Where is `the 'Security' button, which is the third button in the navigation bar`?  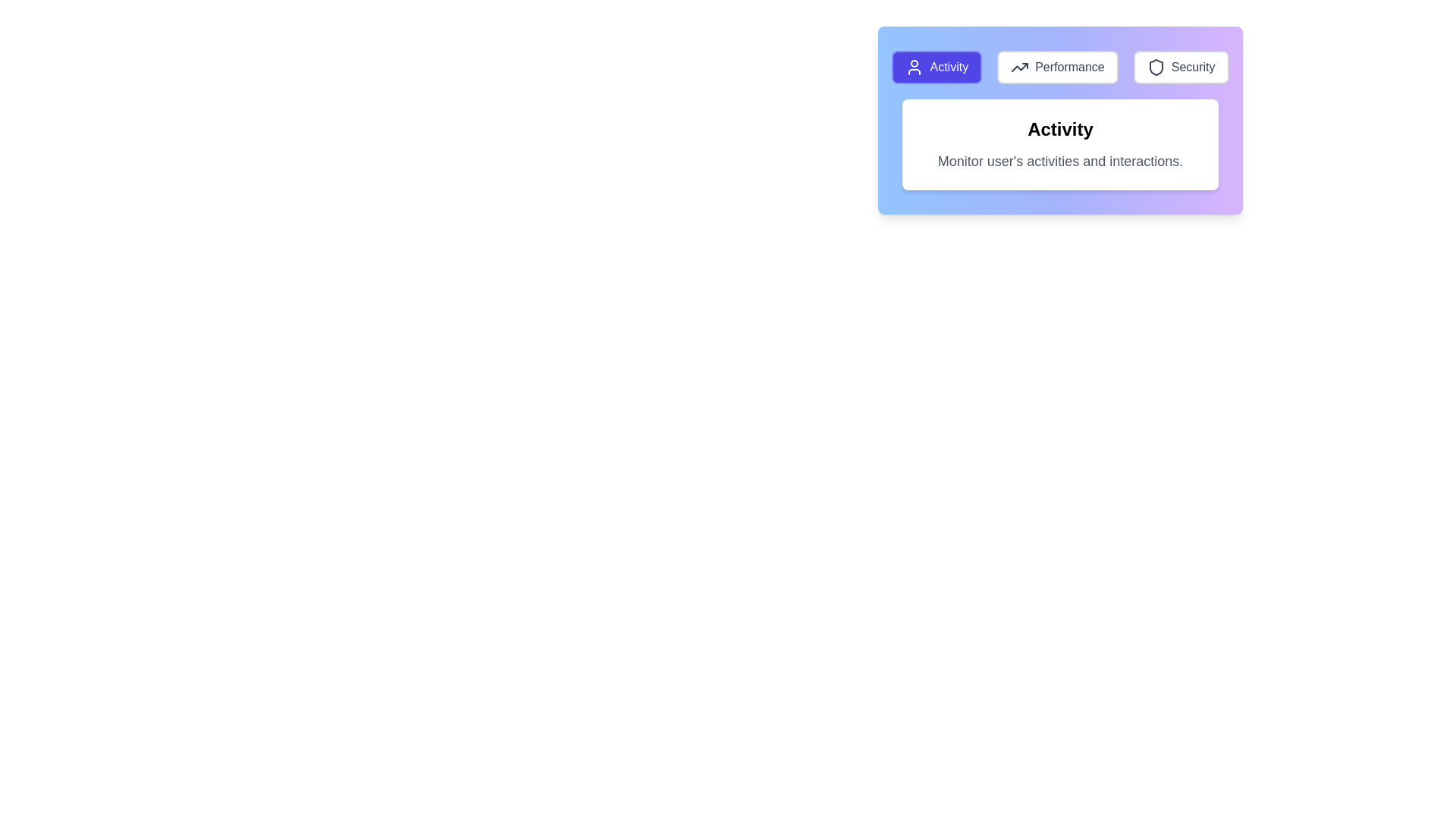 the 'Security' button, which is the third button in the navigation bar is located at coordinates (1179, 66).